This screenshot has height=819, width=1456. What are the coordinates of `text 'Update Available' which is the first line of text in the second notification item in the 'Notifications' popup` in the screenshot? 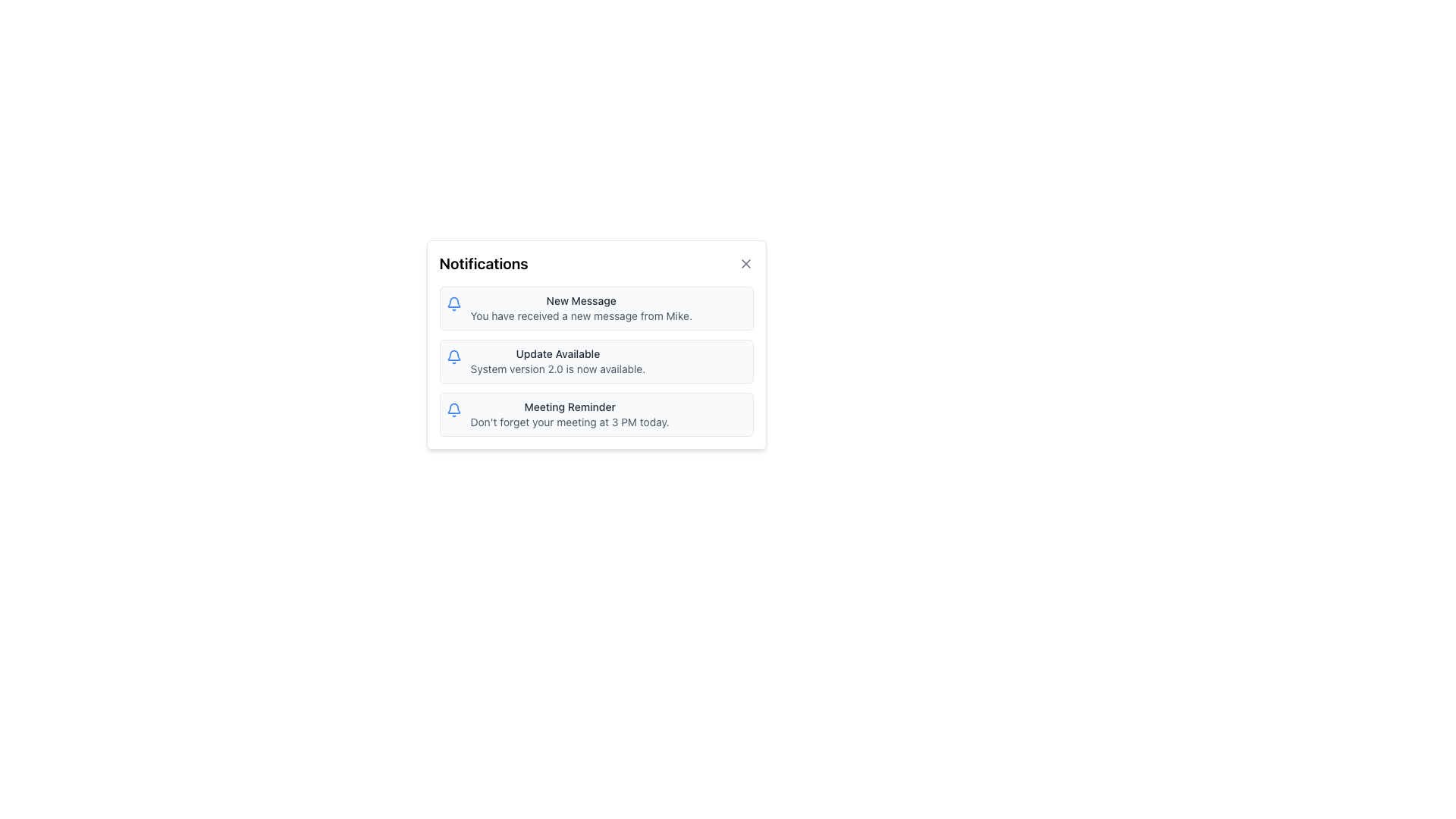 It's located at (557, 353).